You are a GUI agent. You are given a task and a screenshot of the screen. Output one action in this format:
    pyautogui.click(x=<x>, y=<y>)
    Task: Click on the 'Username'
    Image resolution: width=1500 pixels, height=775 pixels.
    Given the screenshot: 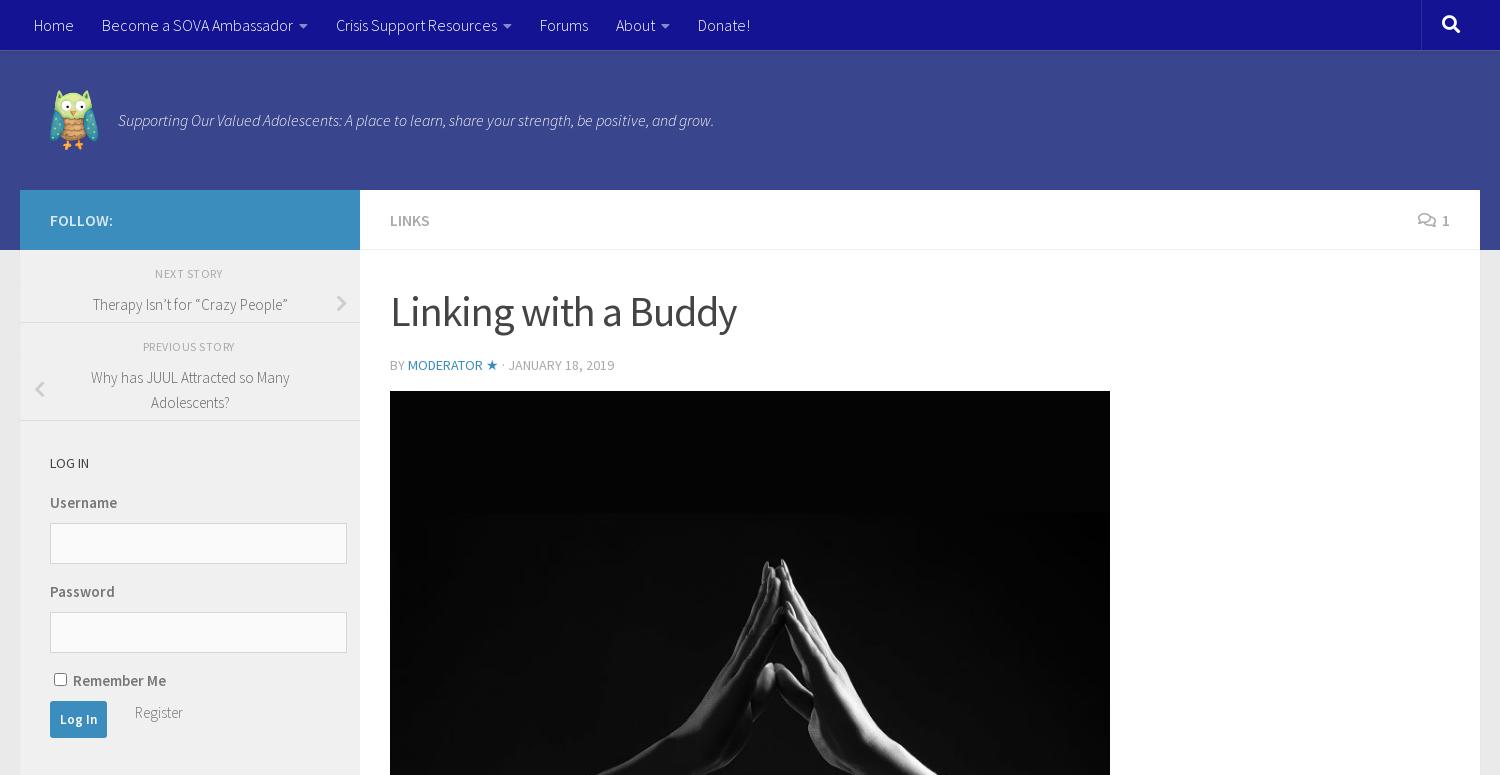 What is the action you would take?
    pyautogui.click(x=82, y=500)
    